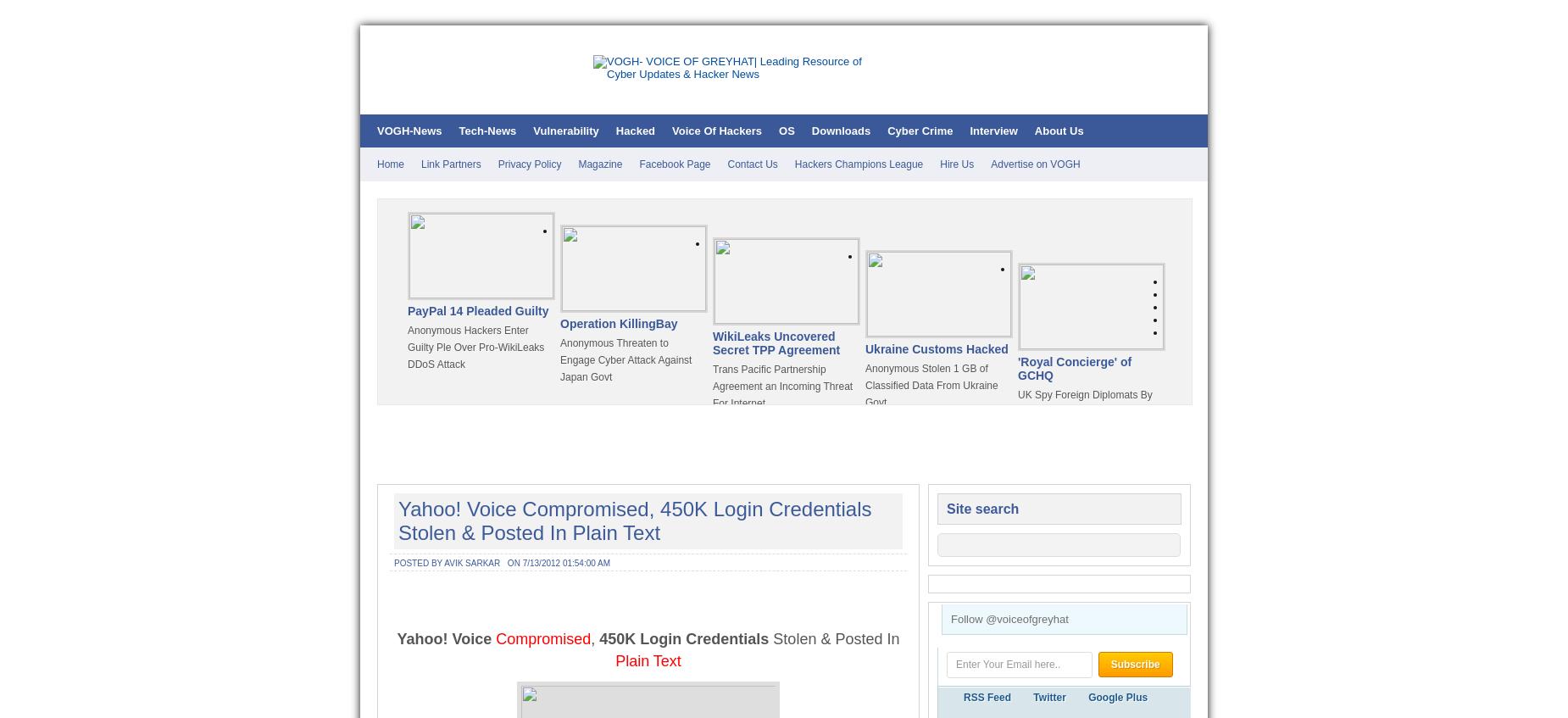 Image resolution: width=1568 pixels, height=718 pixels. What do you see at coordinates (390, 164) in the screenshot?
I see `'Home'` at bounding box center [390, 164].